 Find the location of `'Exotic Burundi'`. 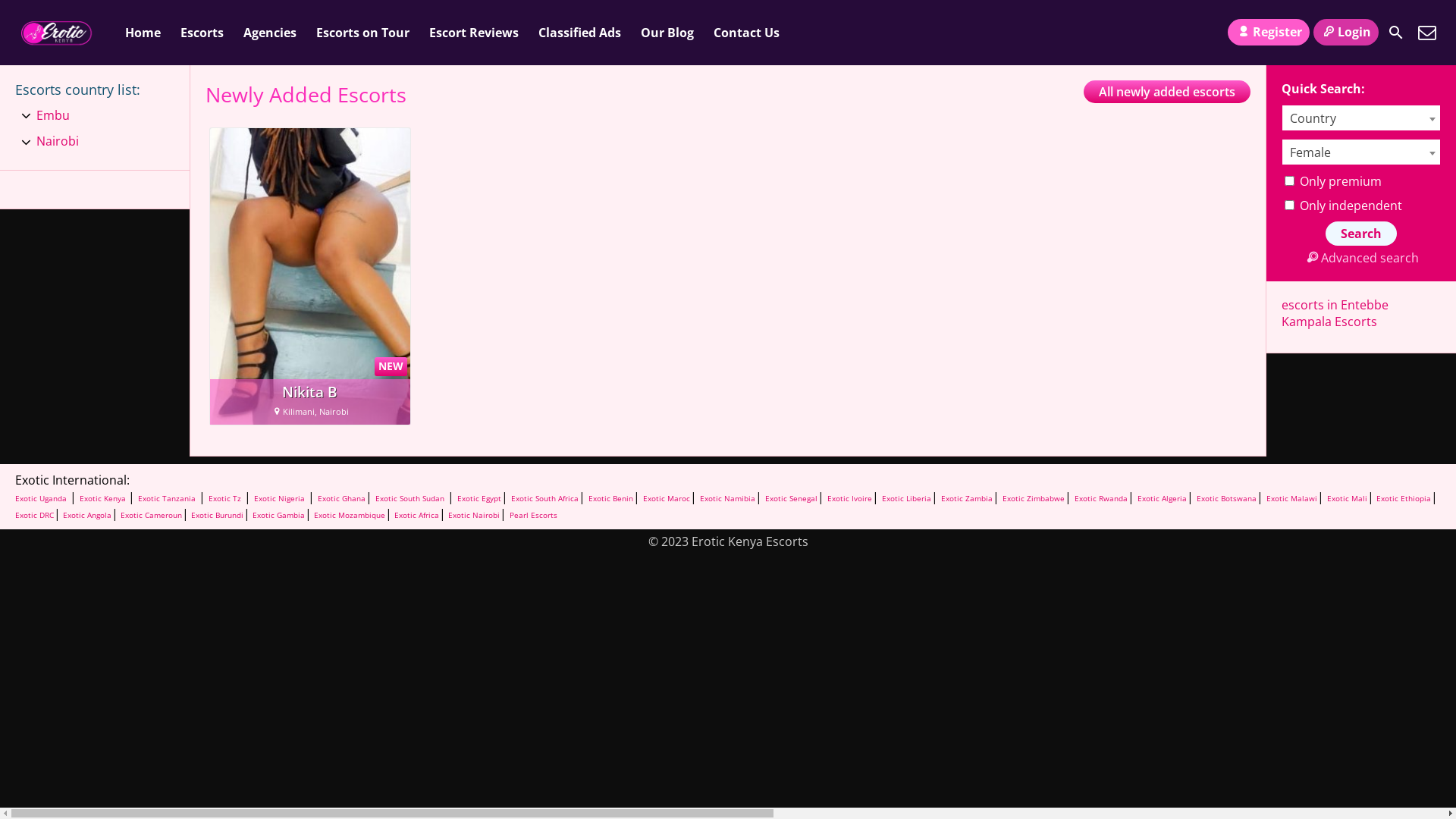

'Exotic Burundi' is located at coordinates (215, 513).